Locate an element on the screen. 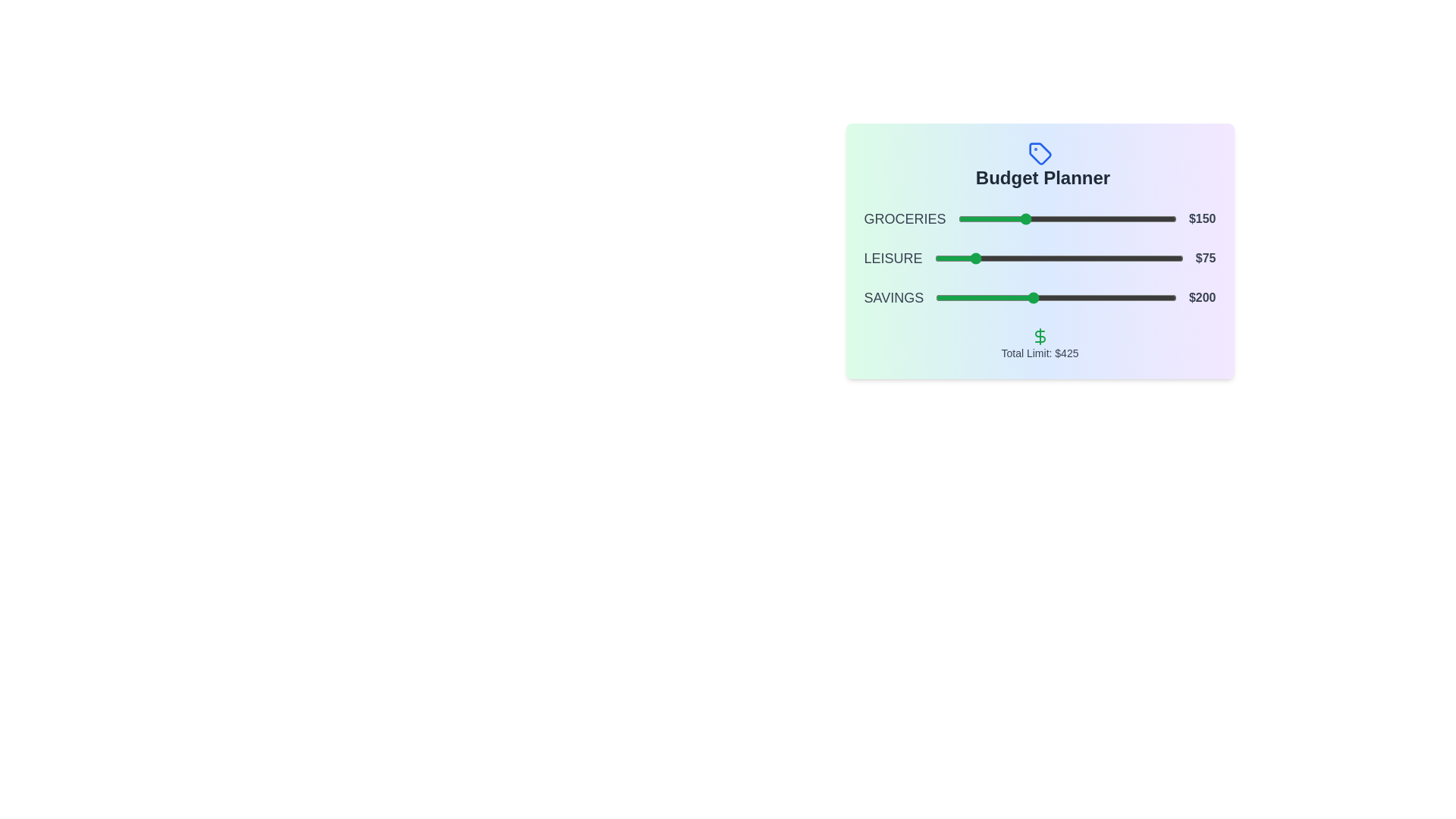  the slider for 1 to 66 is located at coordinates (987, 257).